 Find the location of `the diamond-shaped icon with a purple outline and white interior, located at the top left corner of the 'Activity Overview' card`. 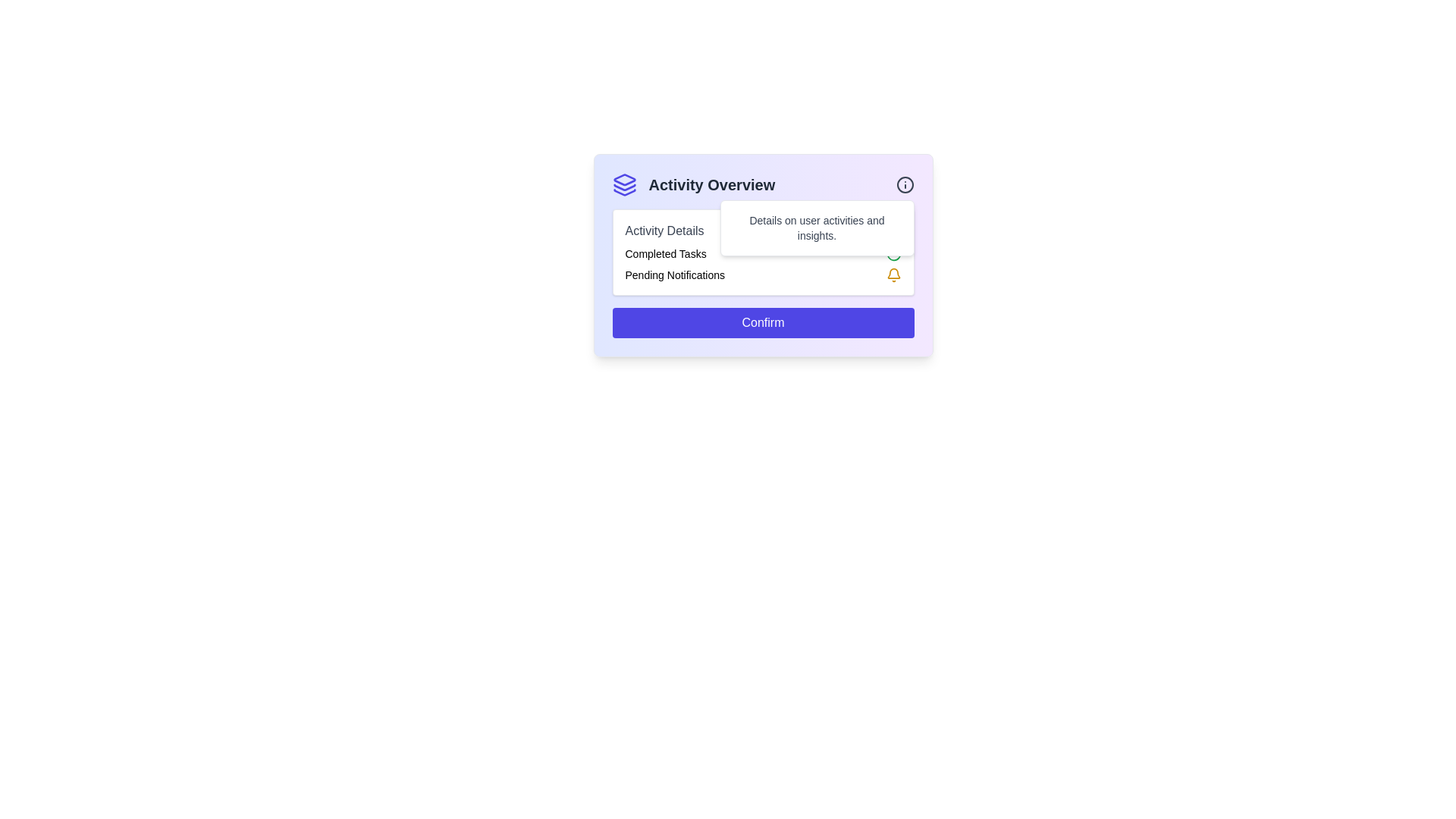

the diamond-shaped icon with a purple outline and white interior, located at the top left corner of the 'Activity Overview' card is located at coordinates (624, 179).